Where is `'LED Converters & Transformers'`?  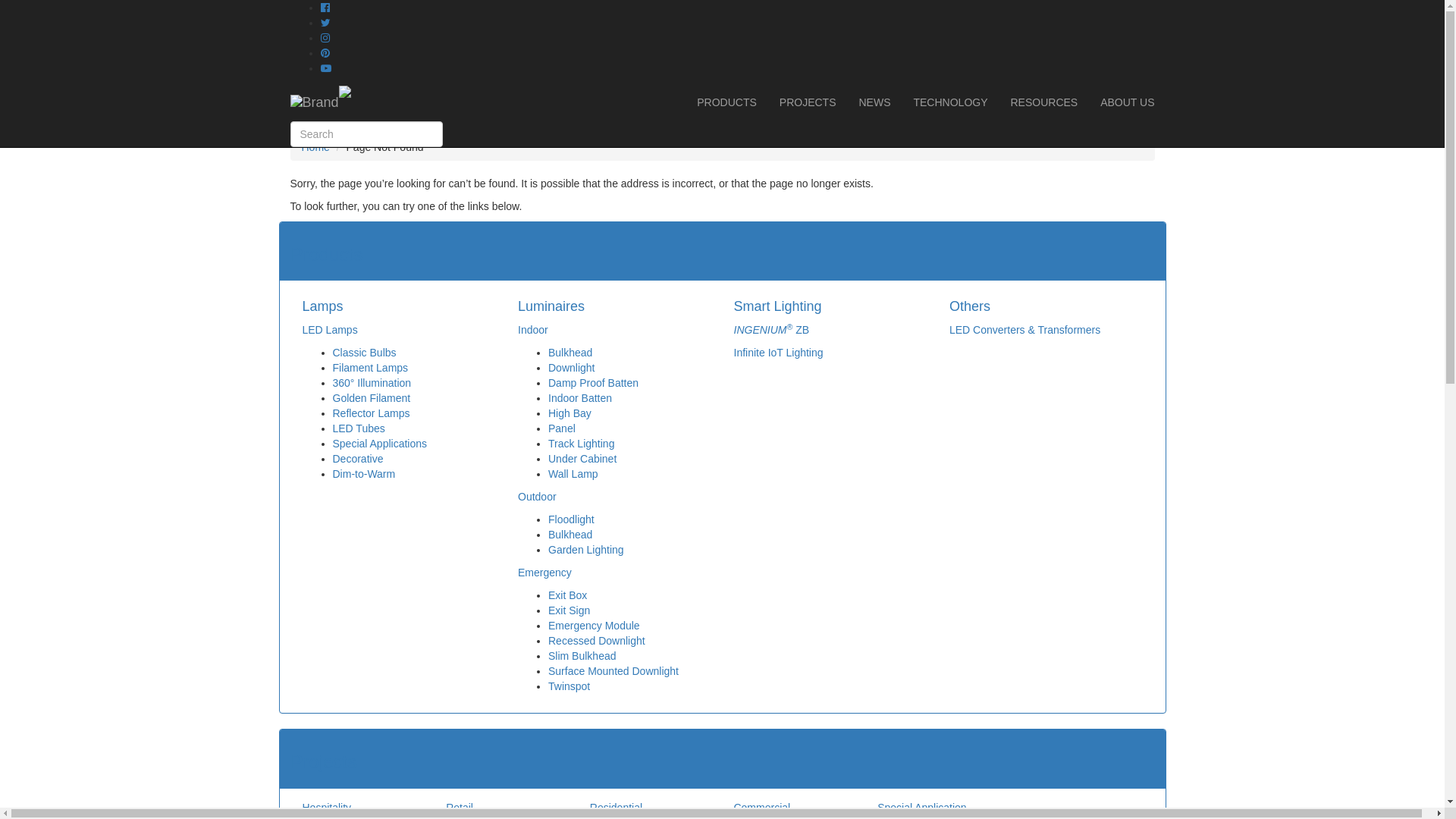 'LED Converters & Transformers' is located at coordinates (1025, 329).